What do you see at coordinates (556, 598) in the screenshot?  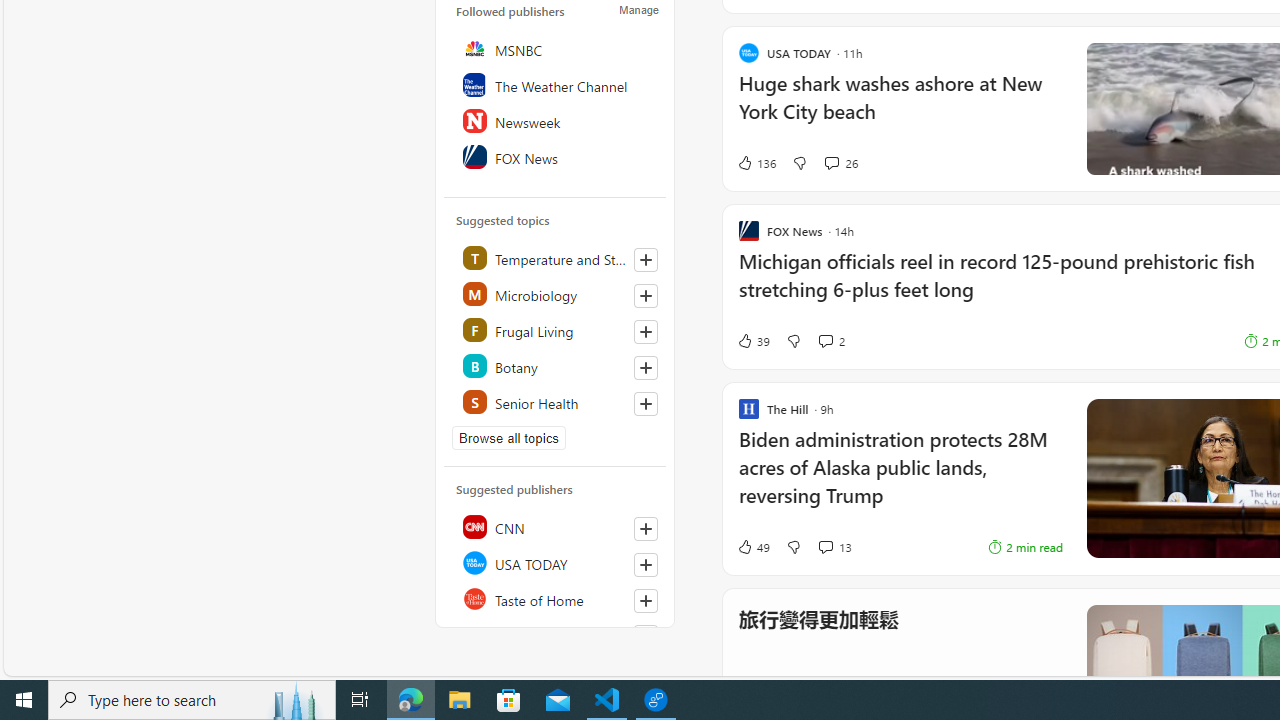 I see `'Taste of Home'` at bounding box center [556, 598].